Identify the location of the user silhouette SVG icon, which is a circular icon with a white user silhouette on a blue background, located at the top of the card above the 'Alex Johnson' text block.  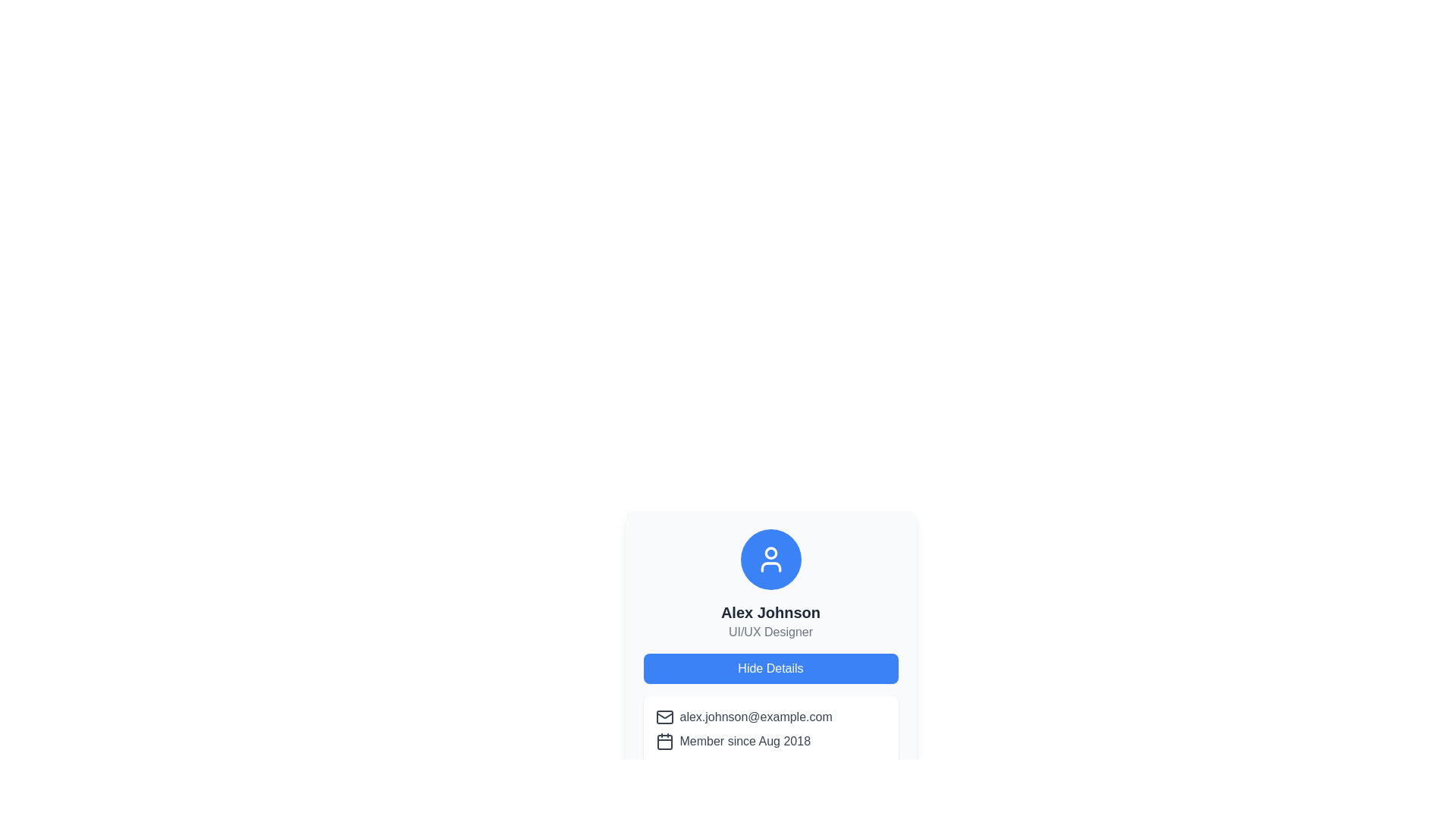
(770, 559).